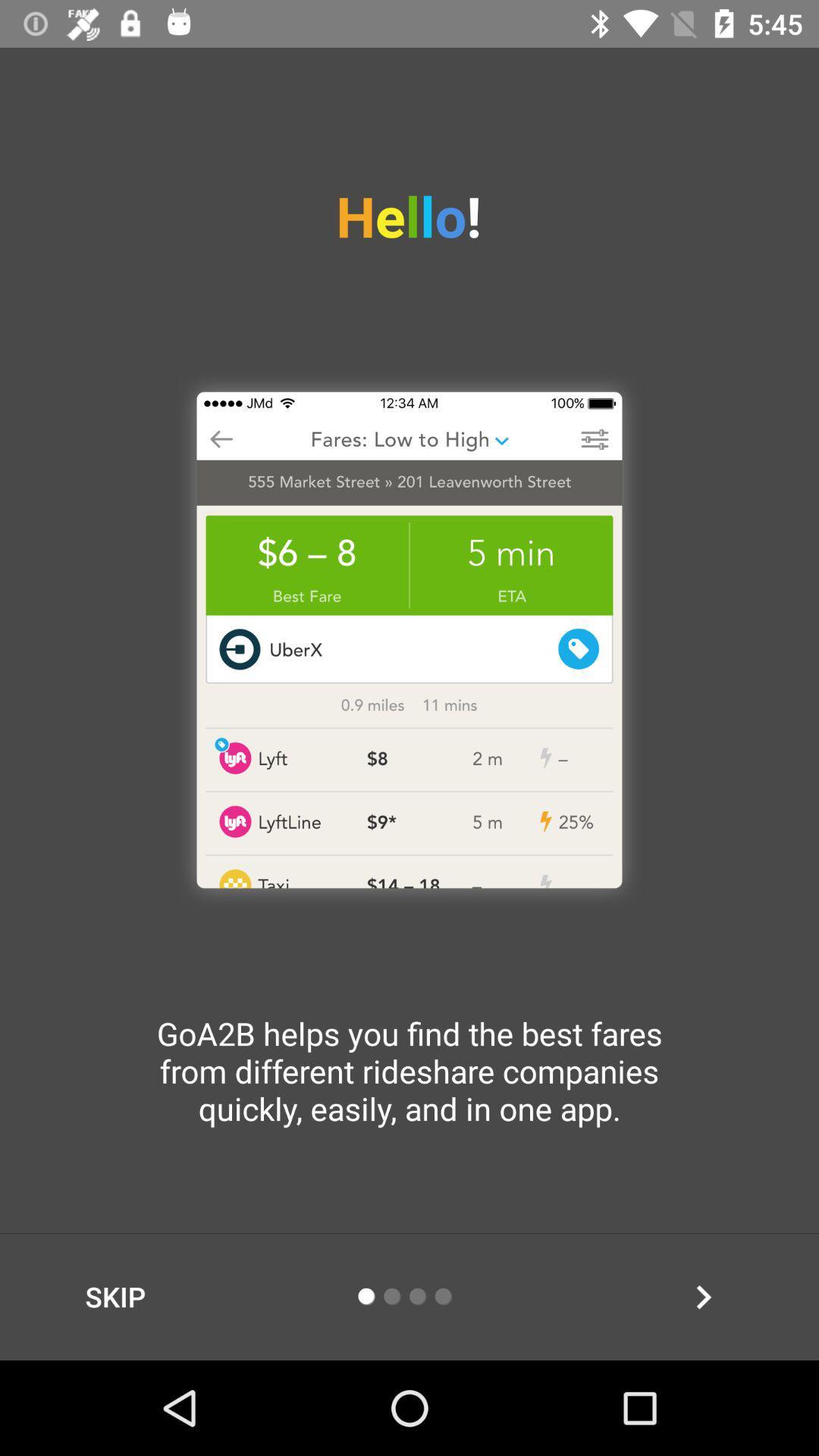 This screenshot has height=1456, width=819. I want to click on the icon below the goa2b helps you item, so click(703, 1296).